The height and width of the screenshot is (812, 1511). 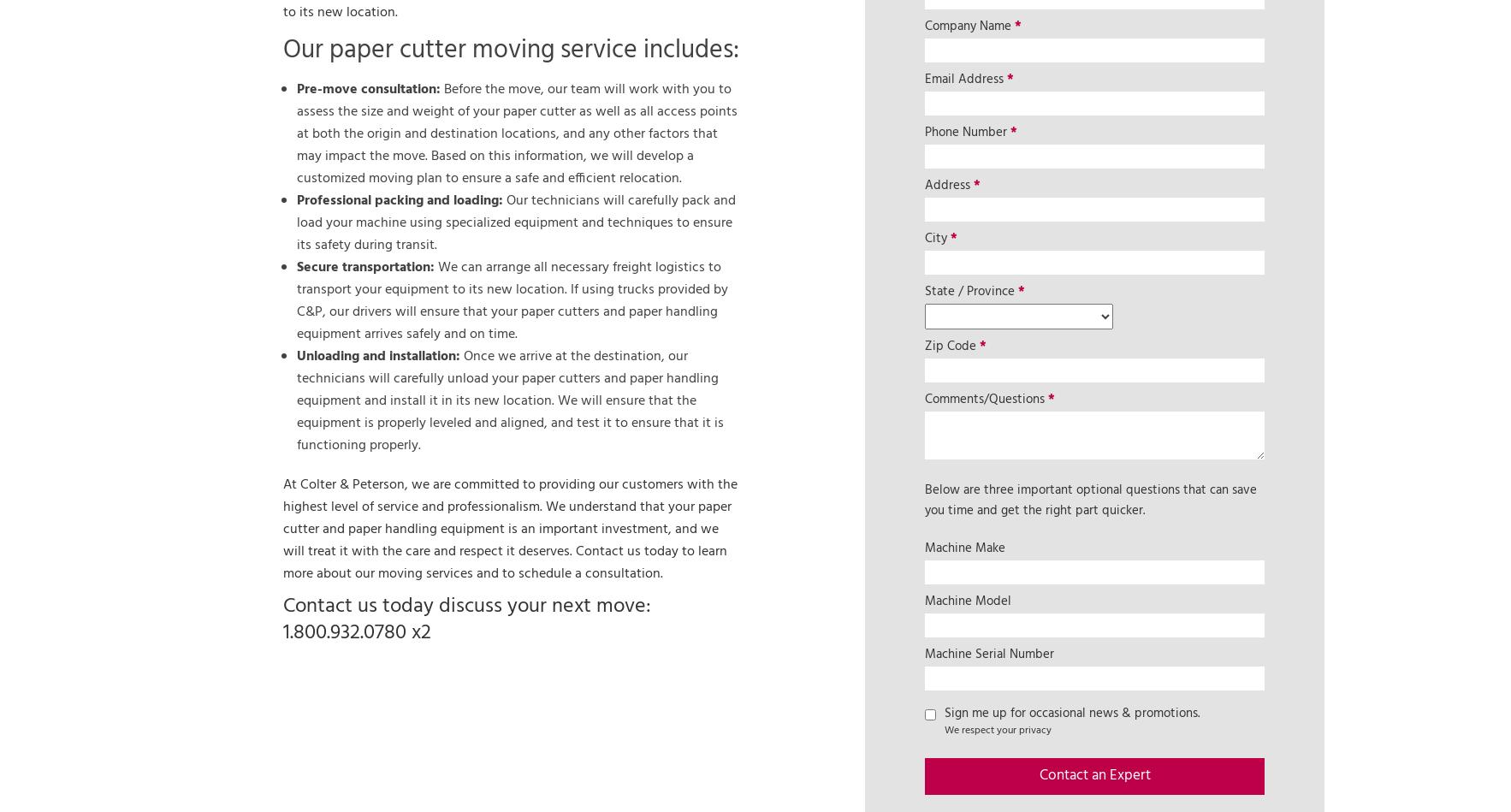 What do you see at coordinates (296, 222) in the screenshot?
I see `'Our technicians will carefully pack and load your machine using specialized equipment and techniques to ensure its safety during transit.'` at bounding box center [296, 222].